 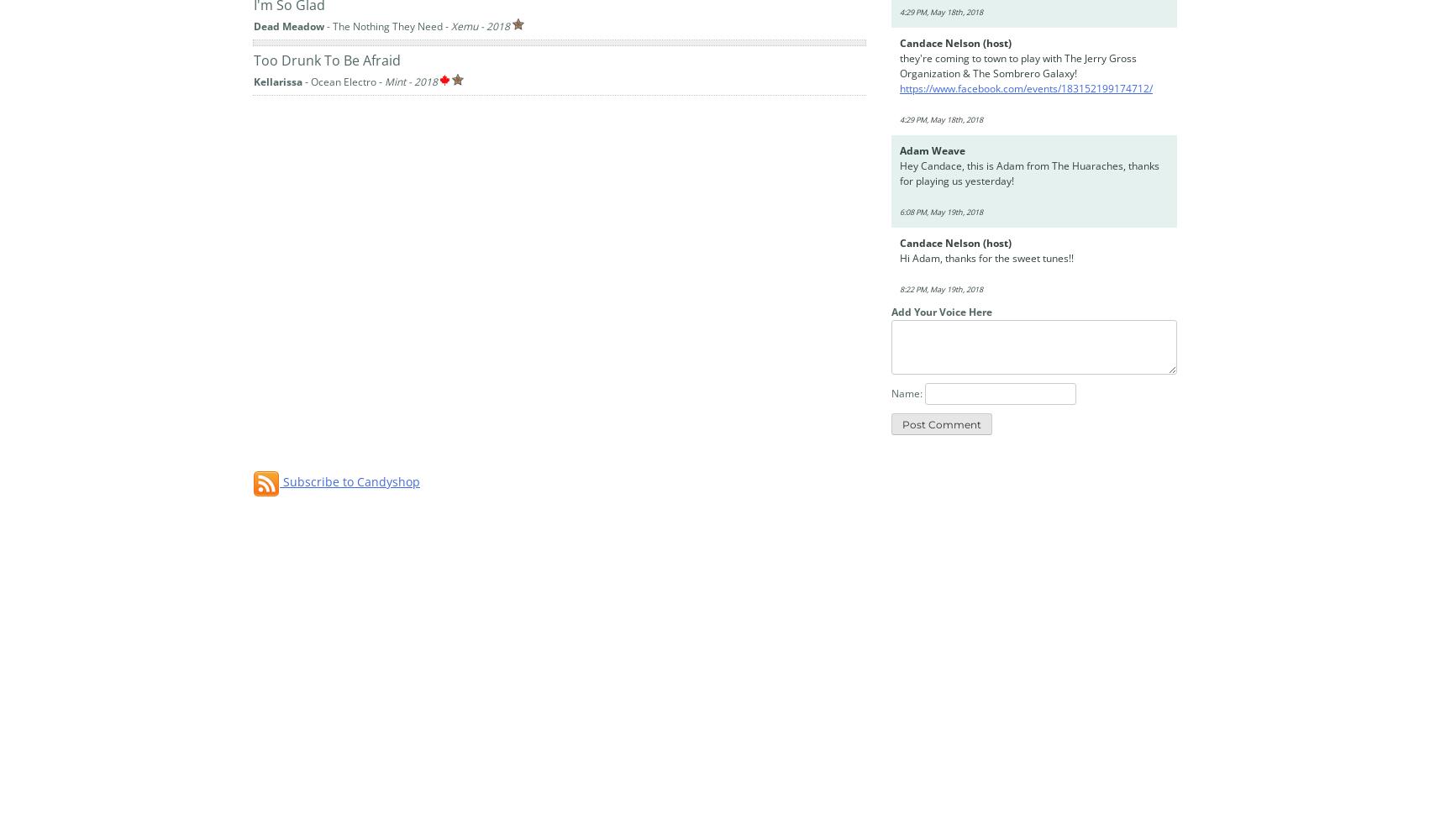 I want to click on 'Kellarissa', so click(x=253, y=80).